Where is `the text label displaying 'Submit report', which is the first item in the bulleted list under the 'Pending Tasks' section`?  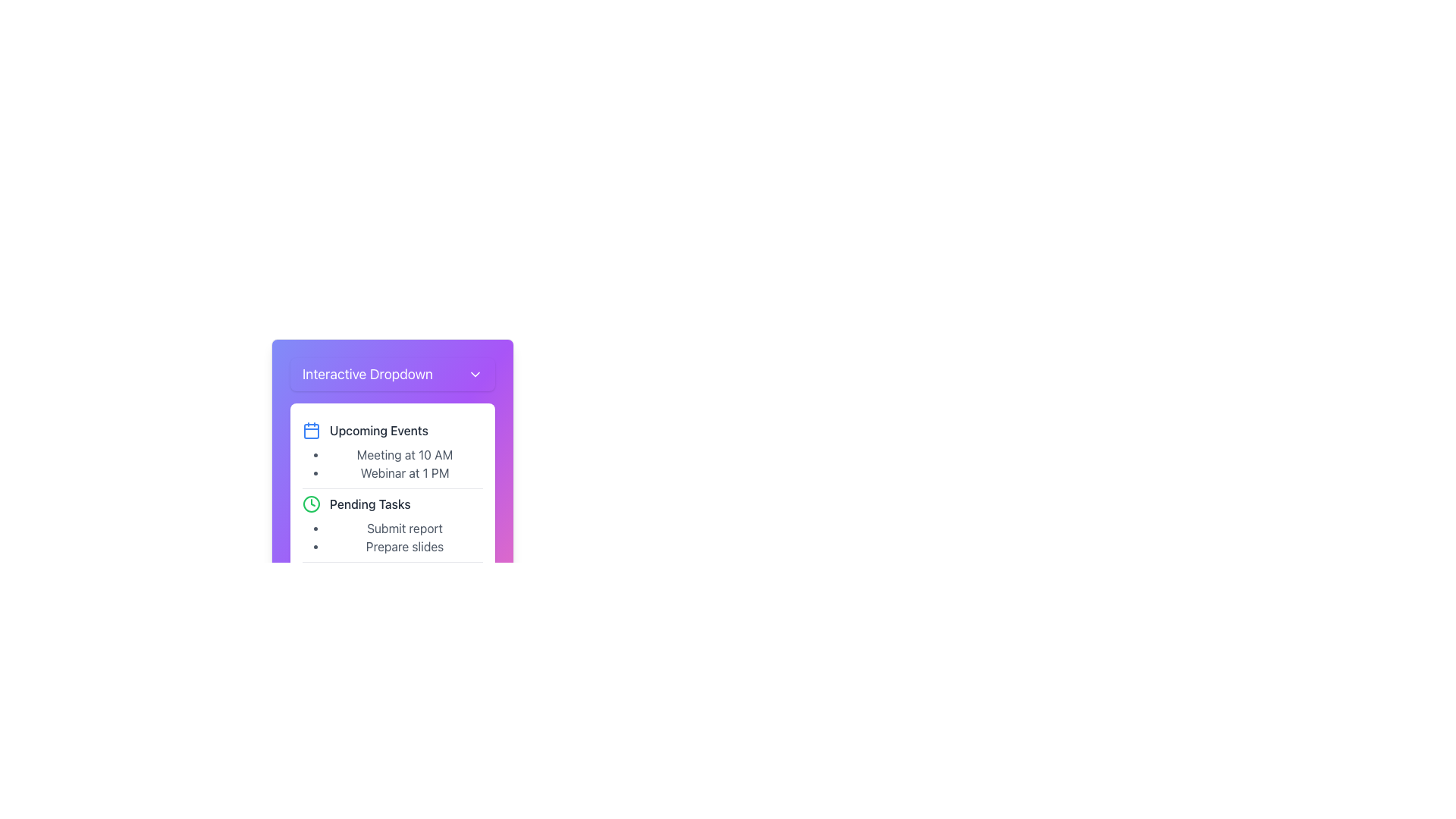 the text label displaying 'Submit report', which is the first item in the bulleted list under the 'Pending Tasks' section is located at coordinates (404, 528).